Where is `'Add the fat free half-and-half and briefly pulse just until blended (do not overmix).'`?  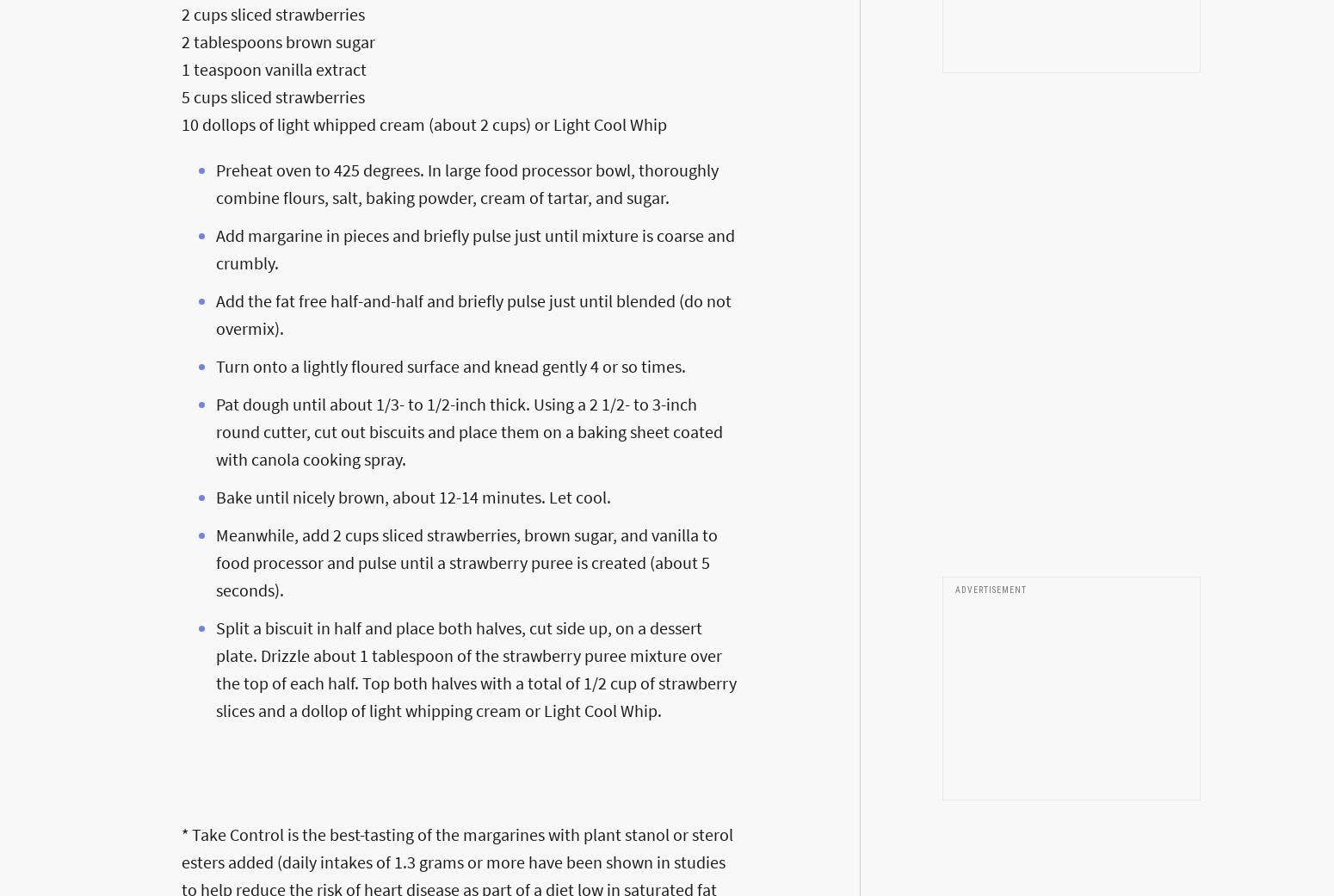 'Add the fat free half-and-half and briefly pulse just until blended (do not overmix).' is located at coordinates (473, 313).